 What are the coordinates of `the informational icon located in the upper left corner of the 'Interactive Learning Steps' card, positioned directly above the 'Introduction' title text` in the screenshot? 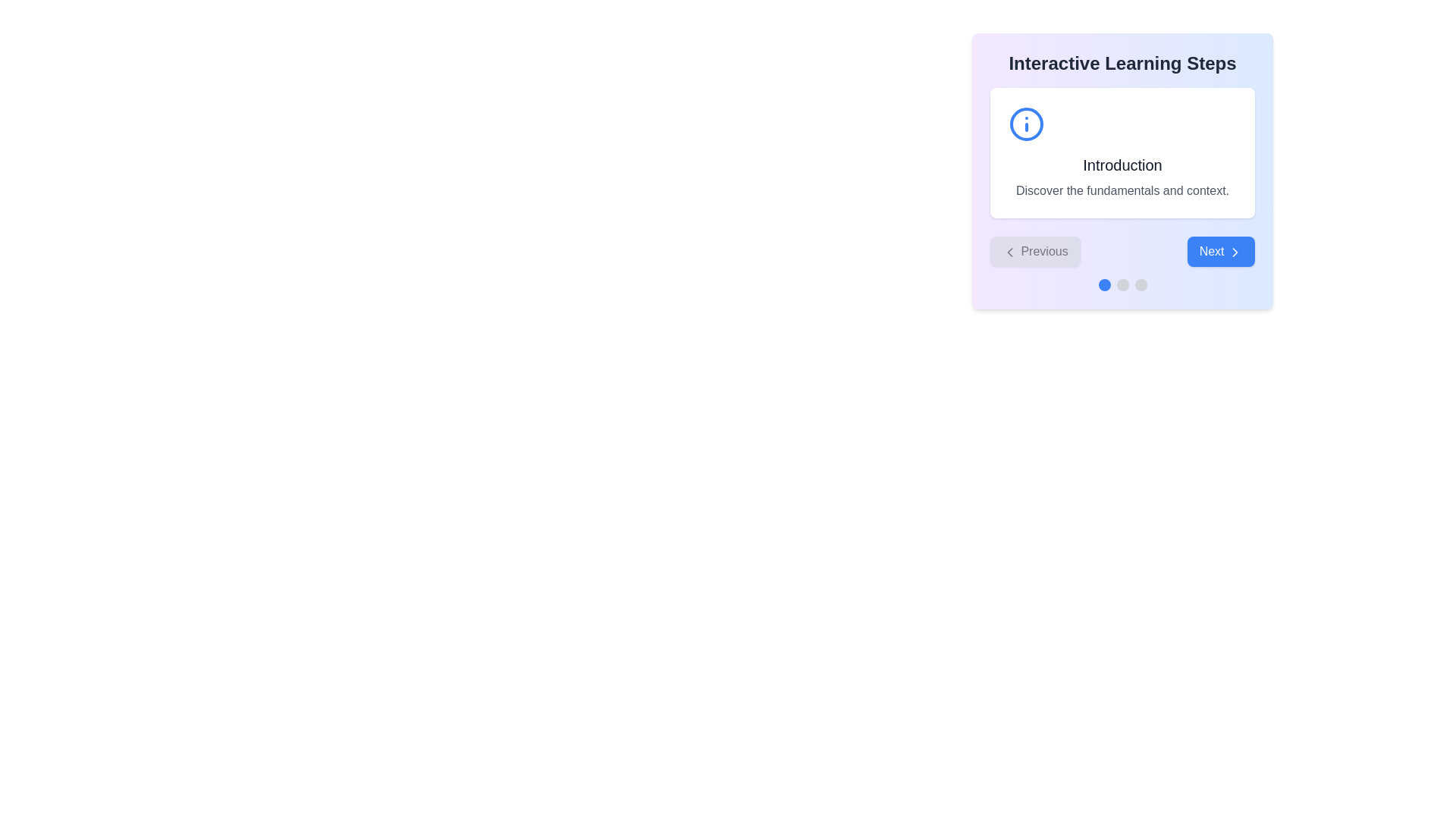 It's located at (1026, 124).